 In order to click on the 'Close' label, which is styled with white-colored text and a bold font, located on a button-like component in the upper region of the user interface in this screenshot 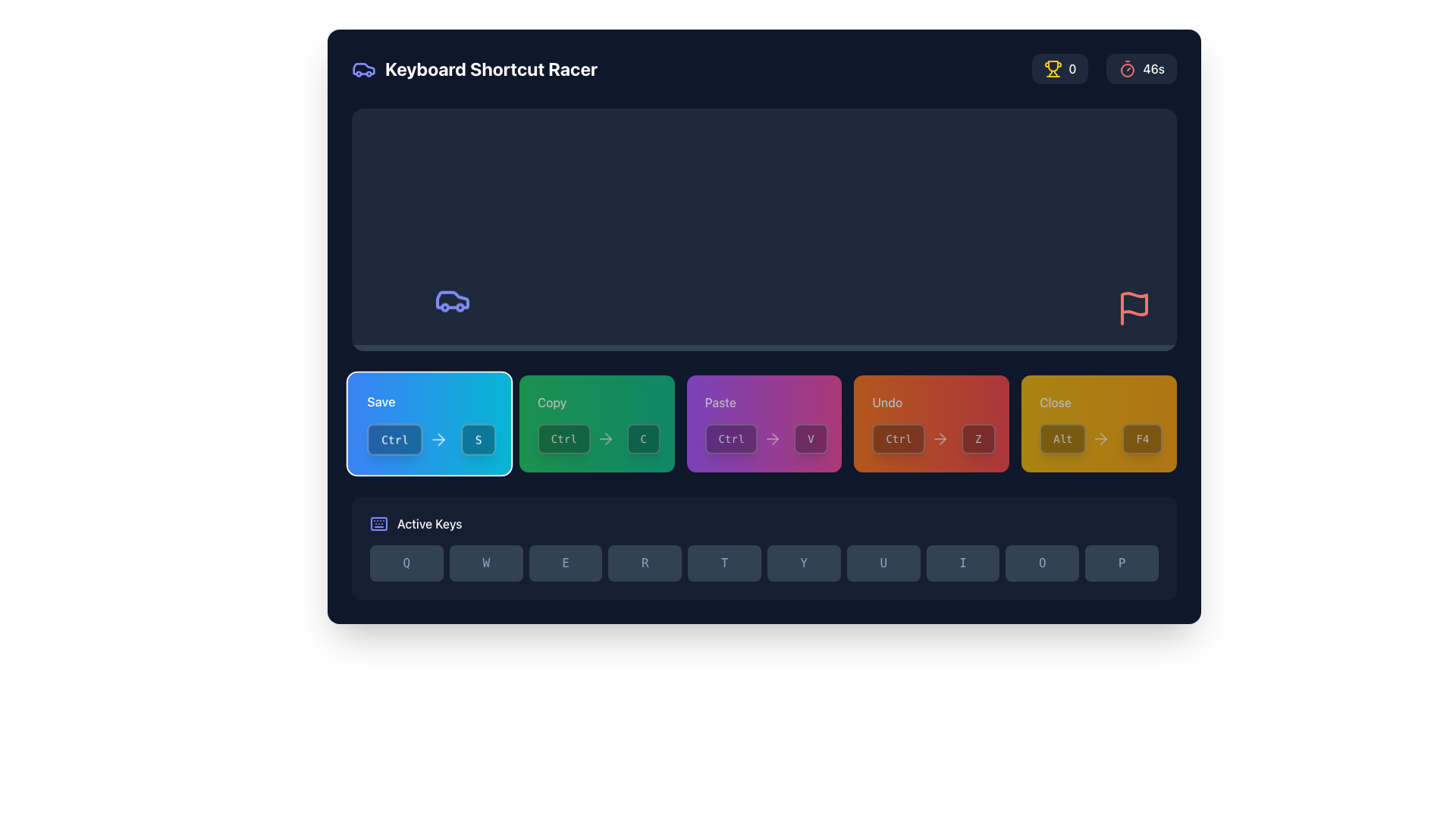, I will do `click(1055, 402)`.